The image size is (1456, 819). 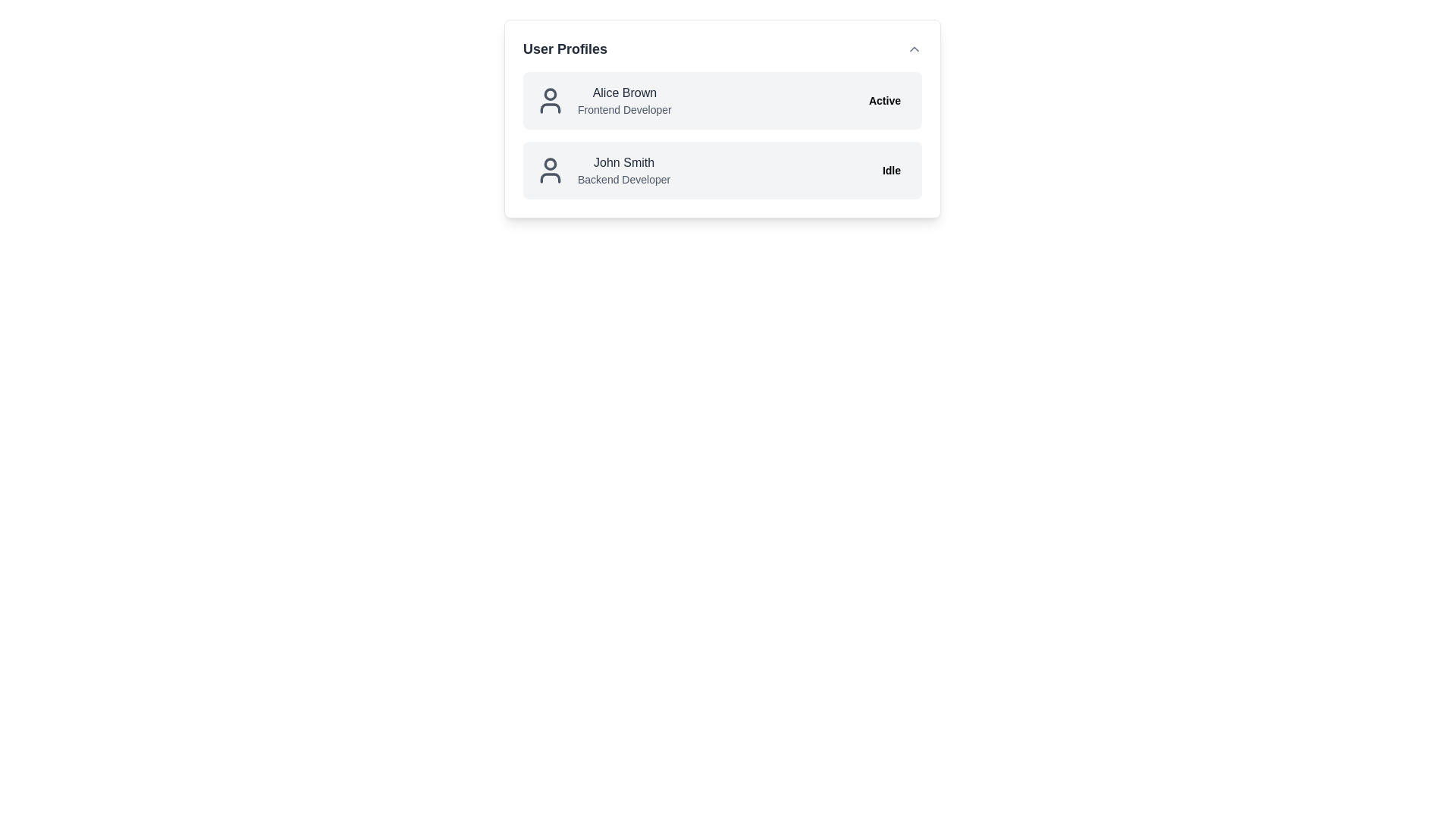 What do you see at coordinates (624, 163) in the screenshot?
I see `the text element displaying the name 'John Smith', located on the second row of the user profiles section, directly below 'Alice Brown' and aligned with the avatar icon on its left` at bounding box center [624, 163].